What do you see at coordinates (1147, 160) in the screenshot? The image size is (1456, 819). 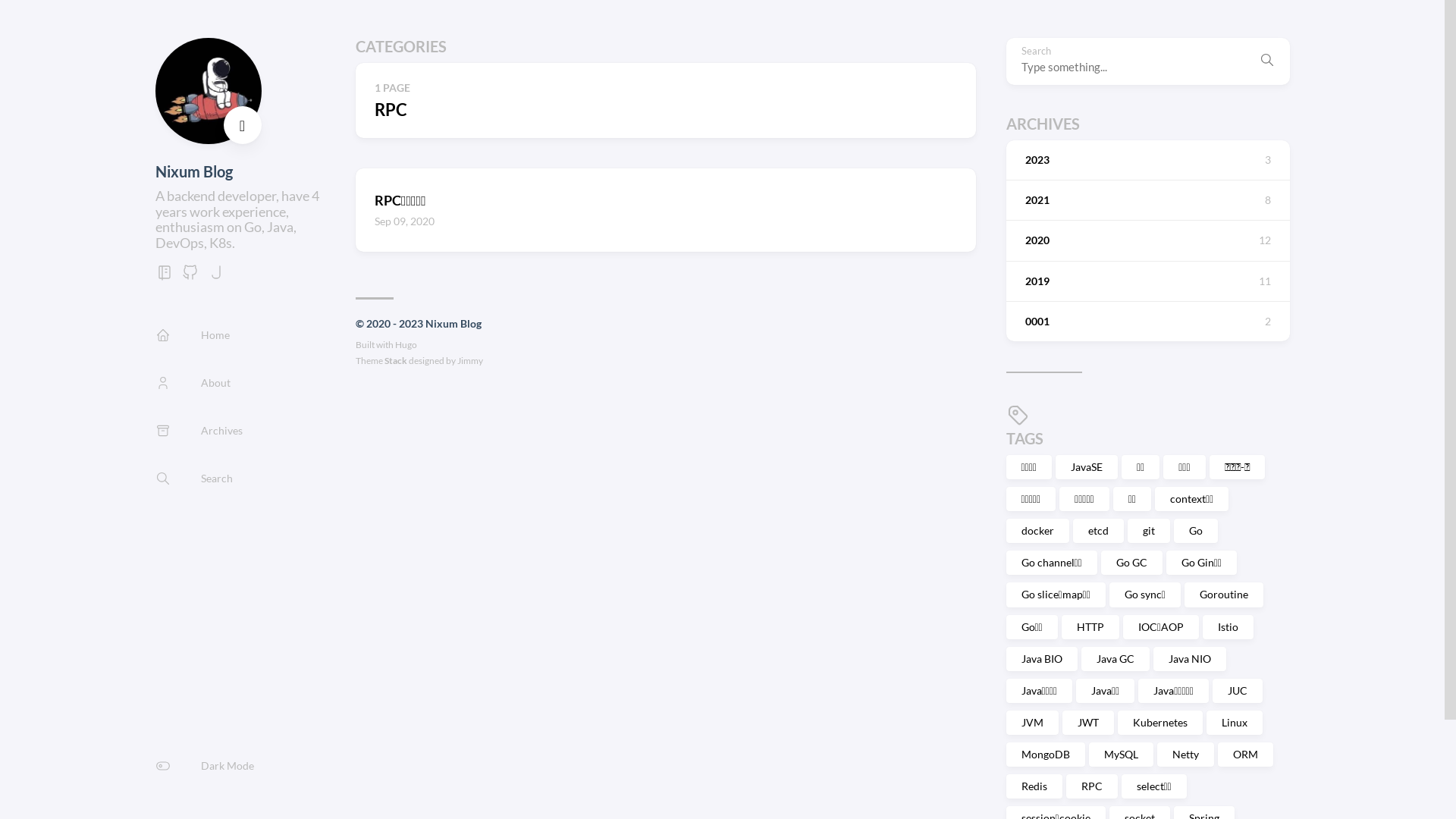 I see `'2023` at bounding box center [1147, 160].